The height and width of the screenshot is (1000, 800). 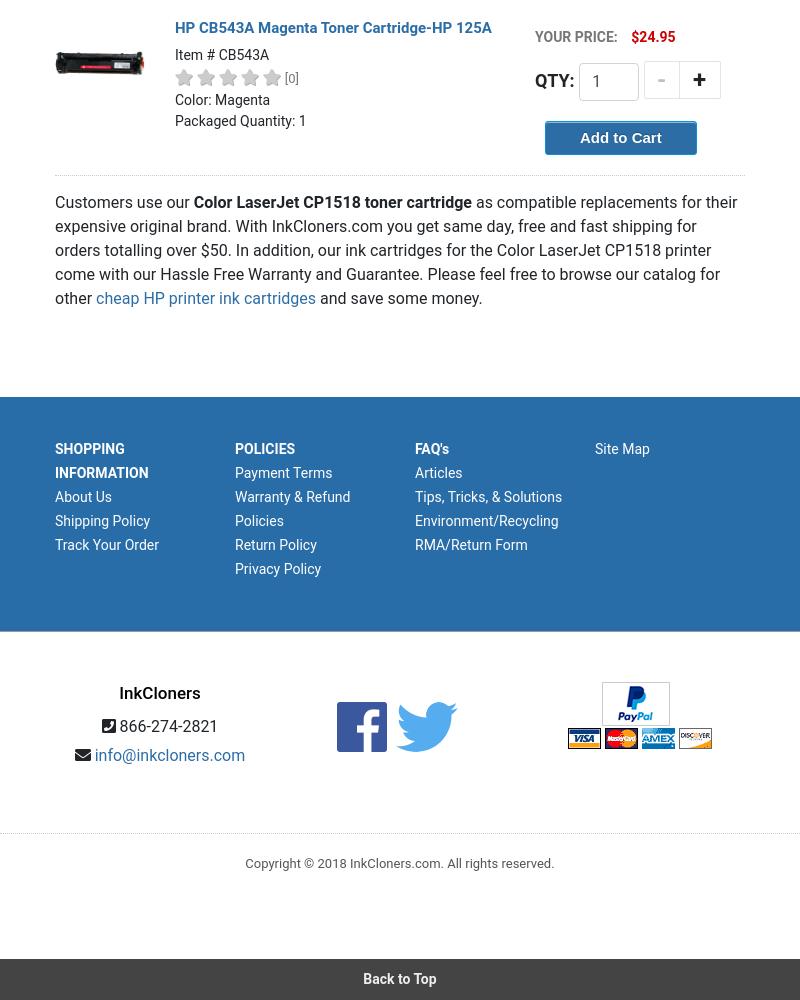 I want to click on 'Warranty & Refund Policies', so click(x=292, y=509).